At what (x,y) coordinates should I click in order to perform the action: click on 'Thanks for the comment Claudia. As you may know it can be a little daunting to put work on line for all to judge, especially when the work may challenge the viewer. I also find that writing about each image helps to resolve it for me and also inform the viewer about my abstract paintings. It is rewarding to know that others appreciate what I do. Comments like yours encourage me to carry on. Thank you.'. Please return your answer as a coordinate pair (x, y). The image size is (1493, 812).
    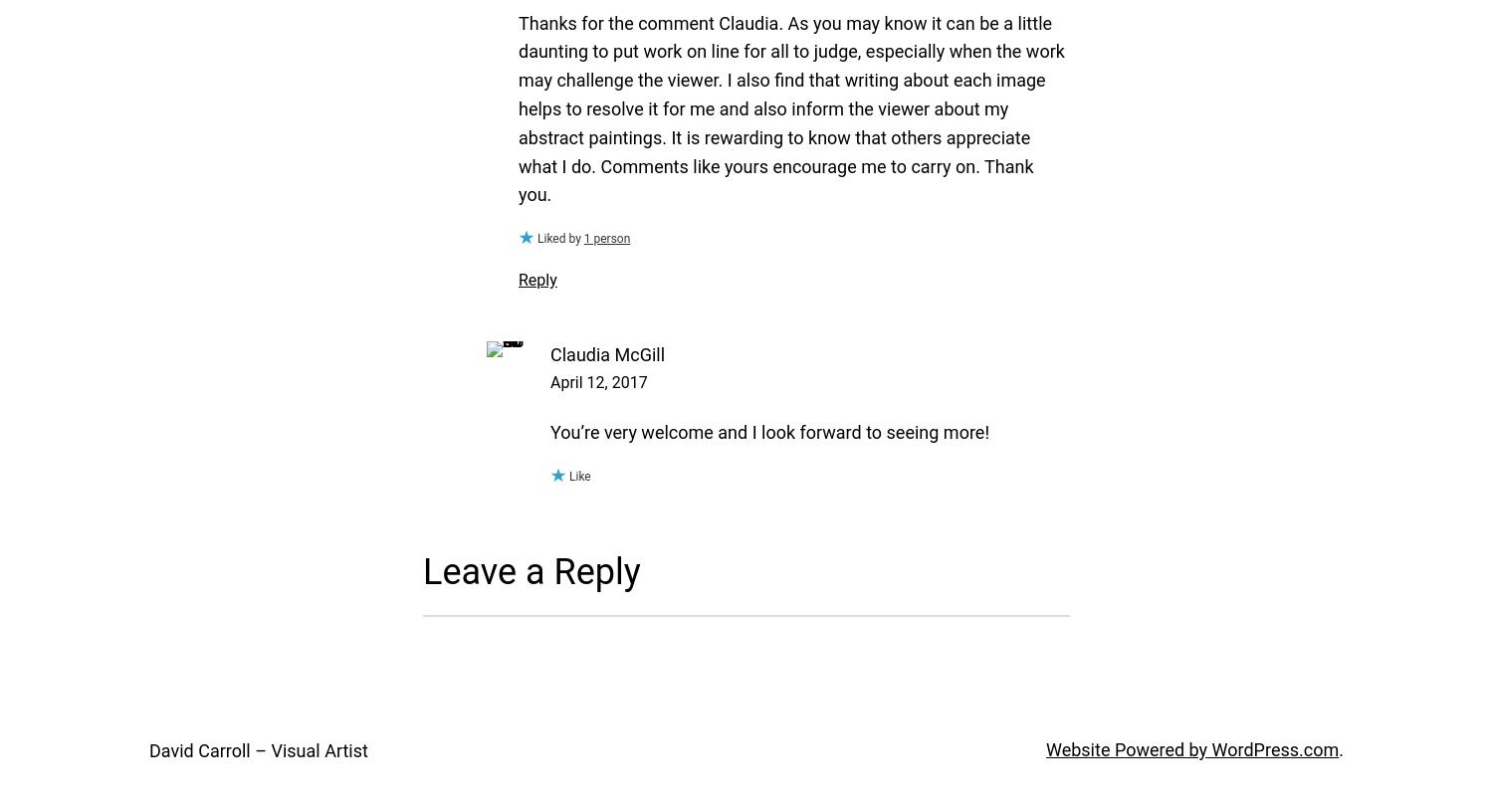
    Looking at the image, I should click on (791, 108).